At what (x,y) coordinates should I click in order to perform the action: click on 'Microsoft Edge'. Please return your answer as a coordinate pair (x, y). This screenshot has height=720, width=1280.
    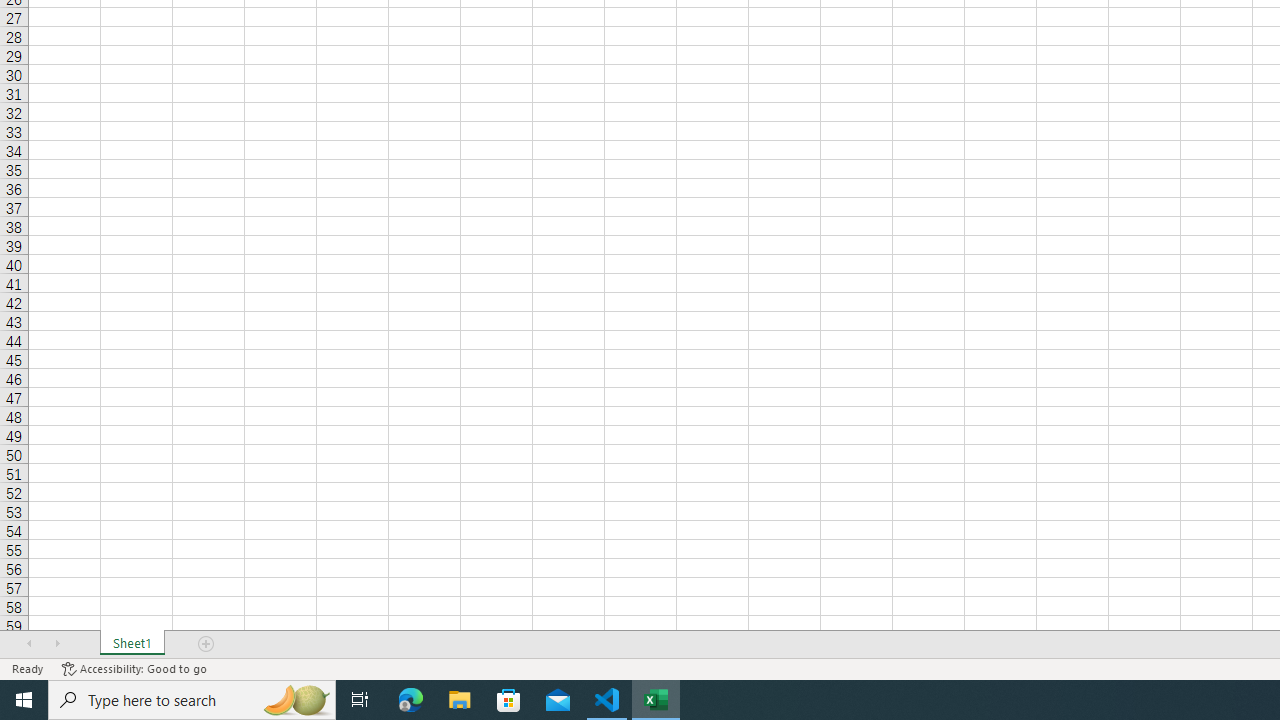
    Looking at the image, I should click on (410, 698).